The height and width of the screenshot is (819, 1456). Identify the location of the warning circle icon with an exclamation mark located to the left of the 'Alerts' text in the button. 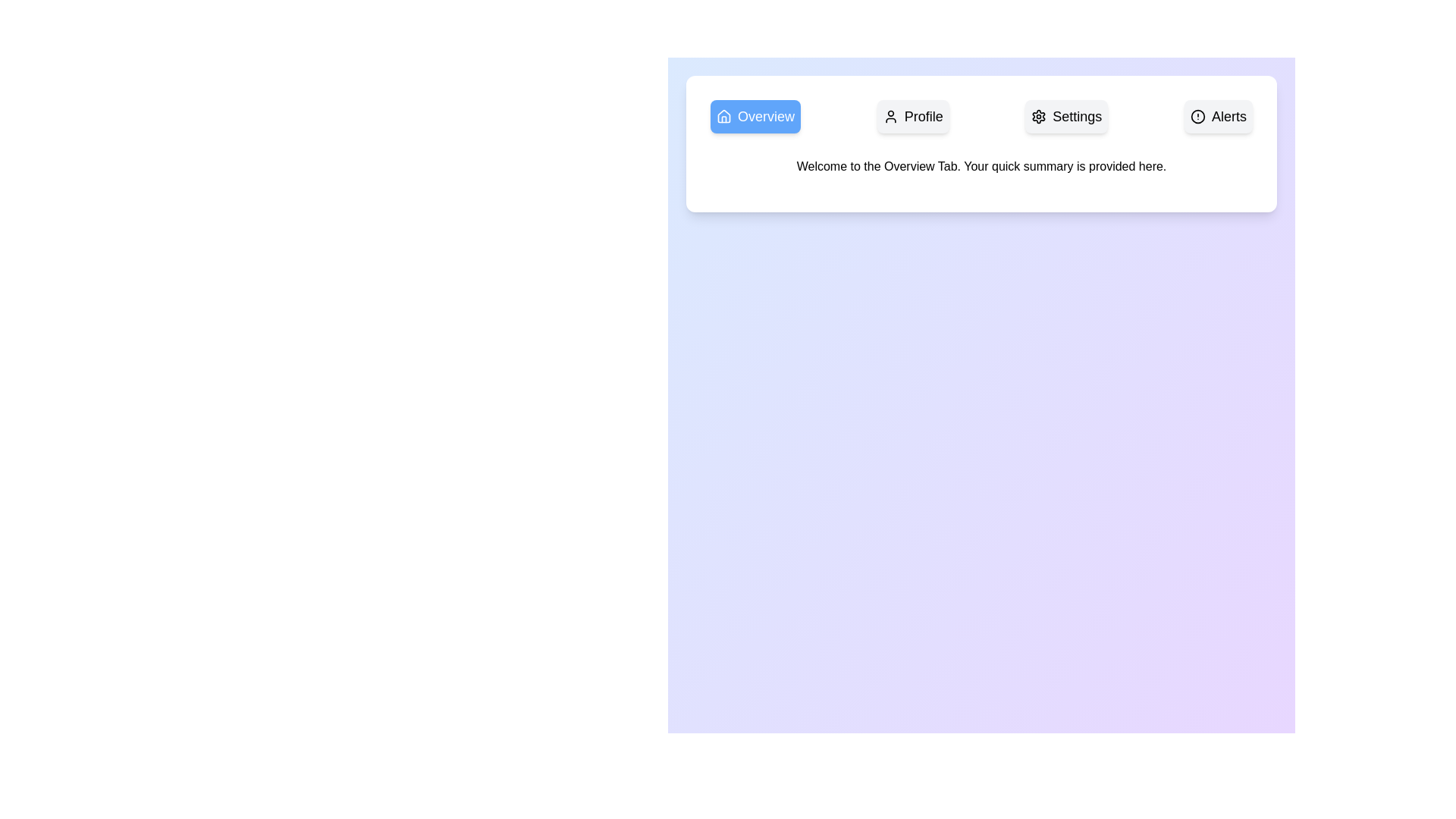
(1197, 116).